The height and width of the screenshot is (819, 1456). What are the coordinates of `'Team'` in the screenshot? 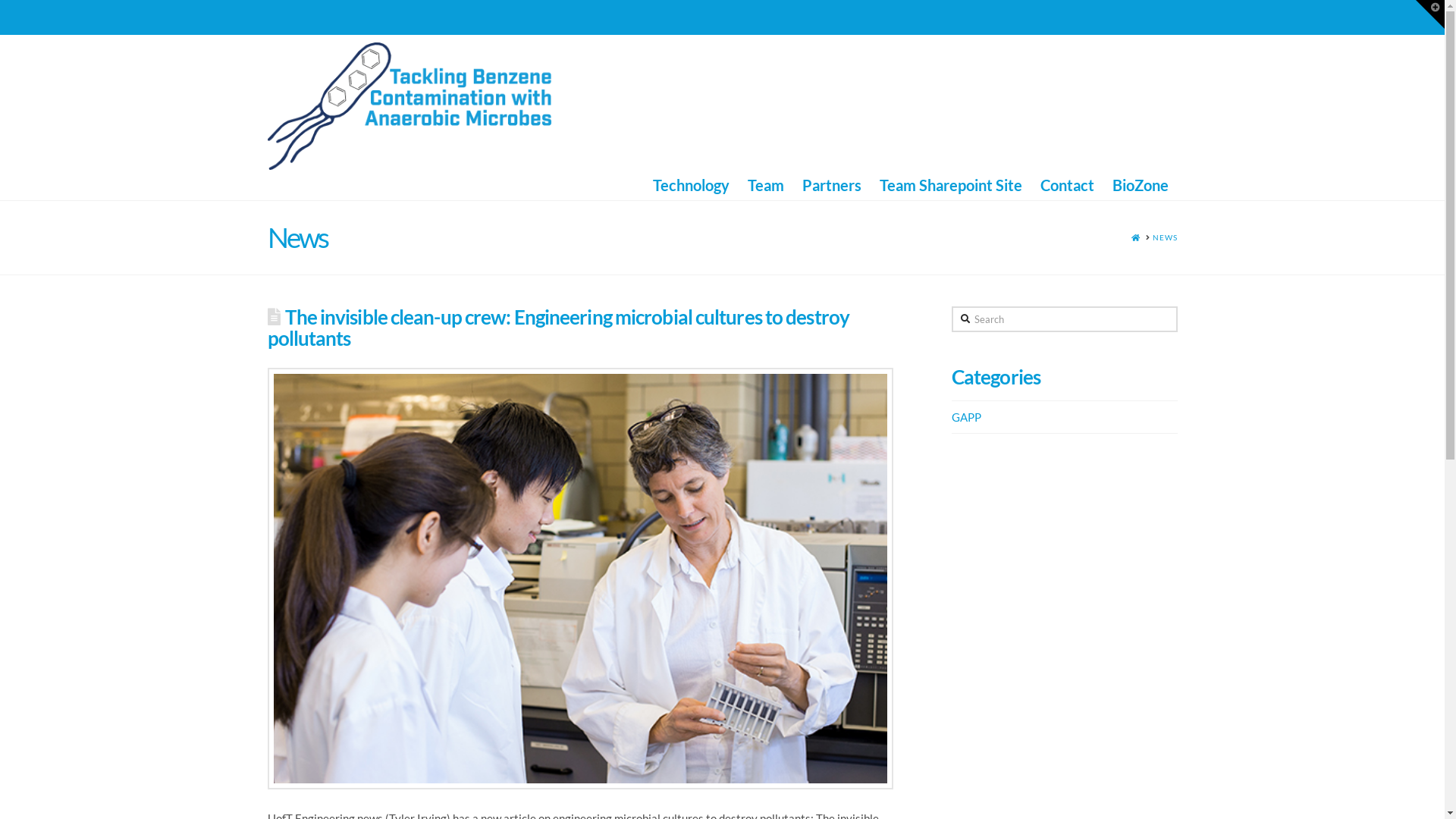 It's located at (765, 184).